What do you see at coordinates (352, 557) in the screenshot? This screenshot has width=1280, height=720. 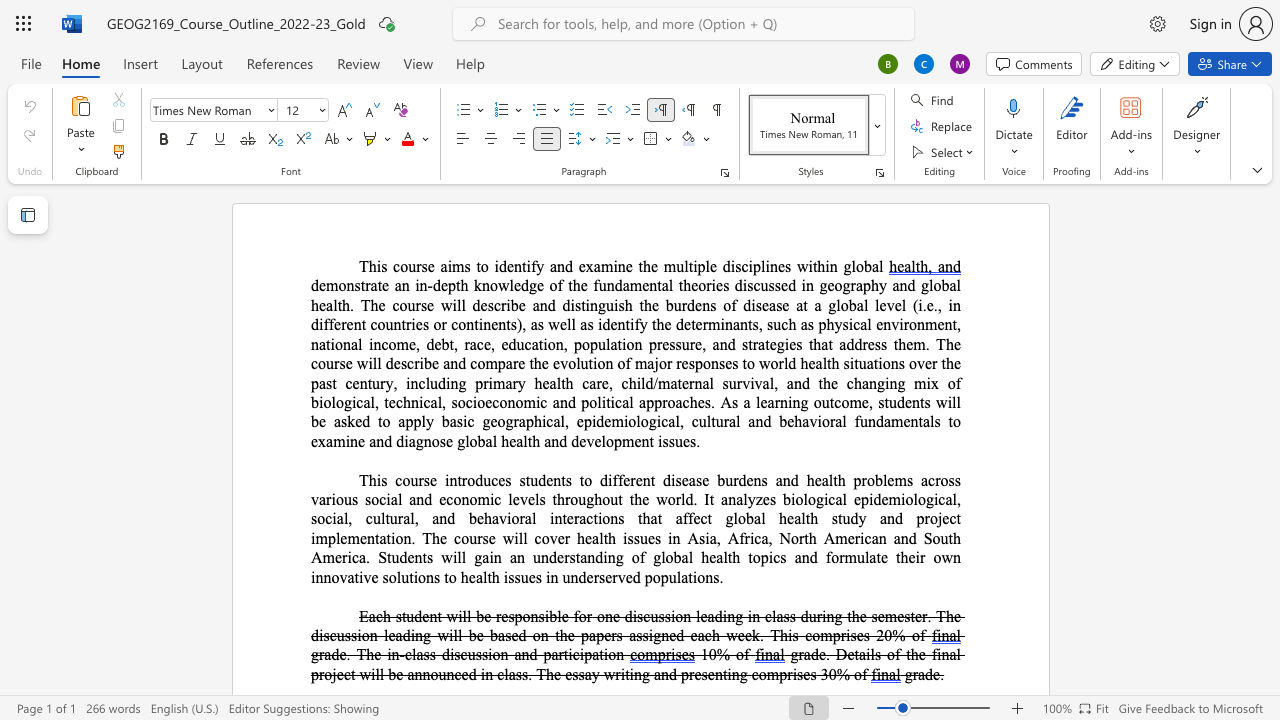 I see `the space between the continuous character "i" and "c" in the text` at bounding box center [352, 557].